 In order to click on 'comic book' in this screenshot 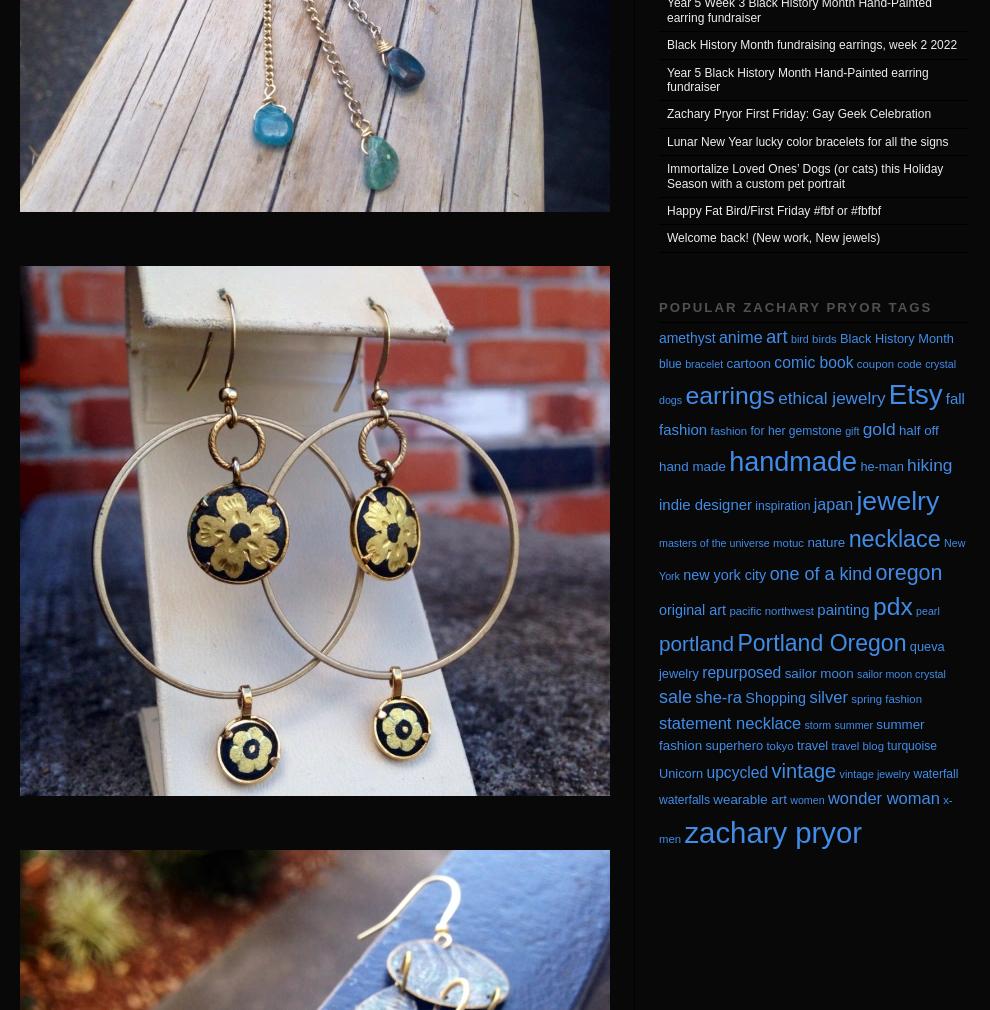, I will do `click(812, 361)`.